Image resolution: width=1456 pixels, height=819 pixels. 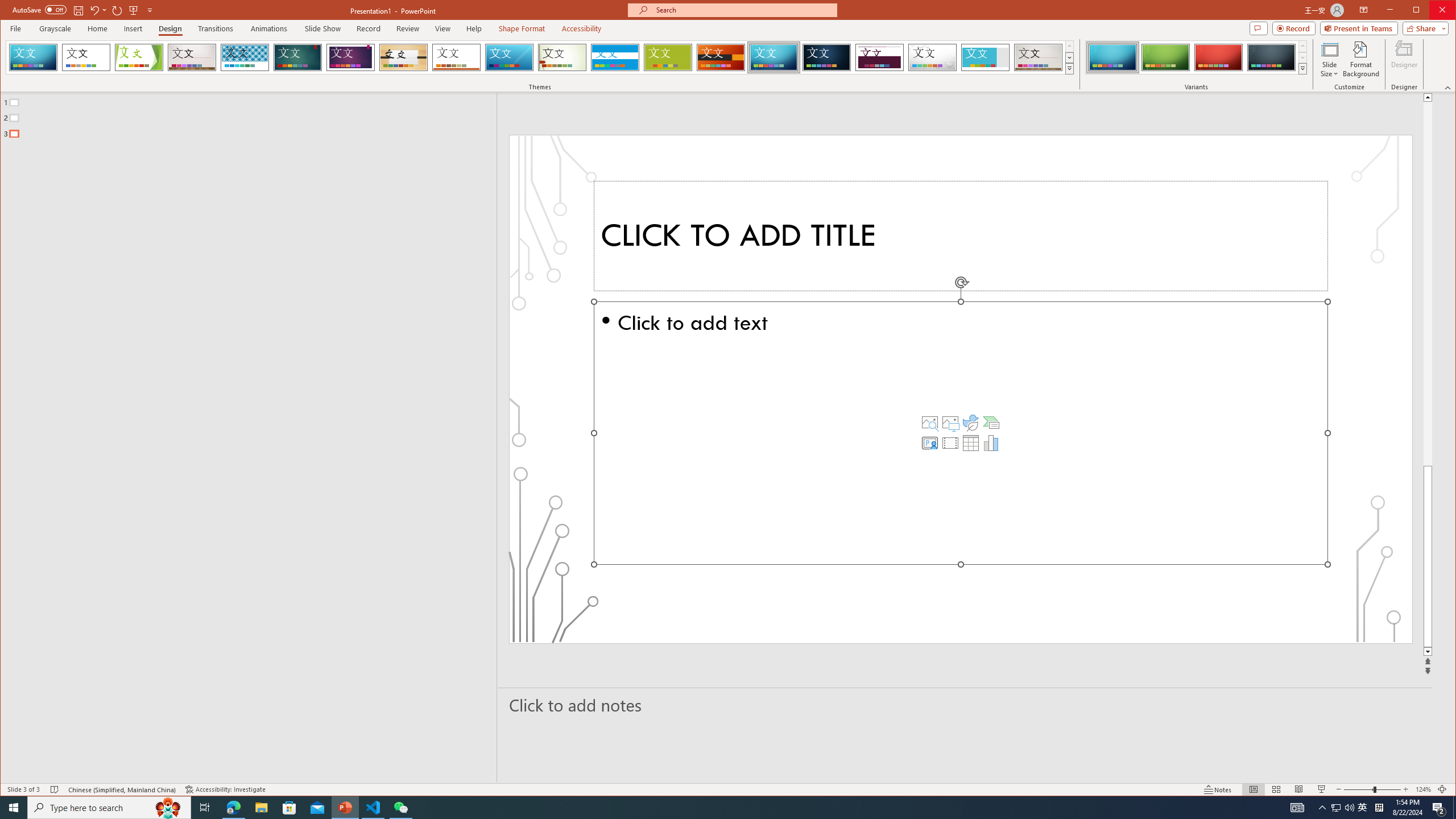 I want to click on 'Visual Studio Code - 1 running window', so click(x=373, y=806).